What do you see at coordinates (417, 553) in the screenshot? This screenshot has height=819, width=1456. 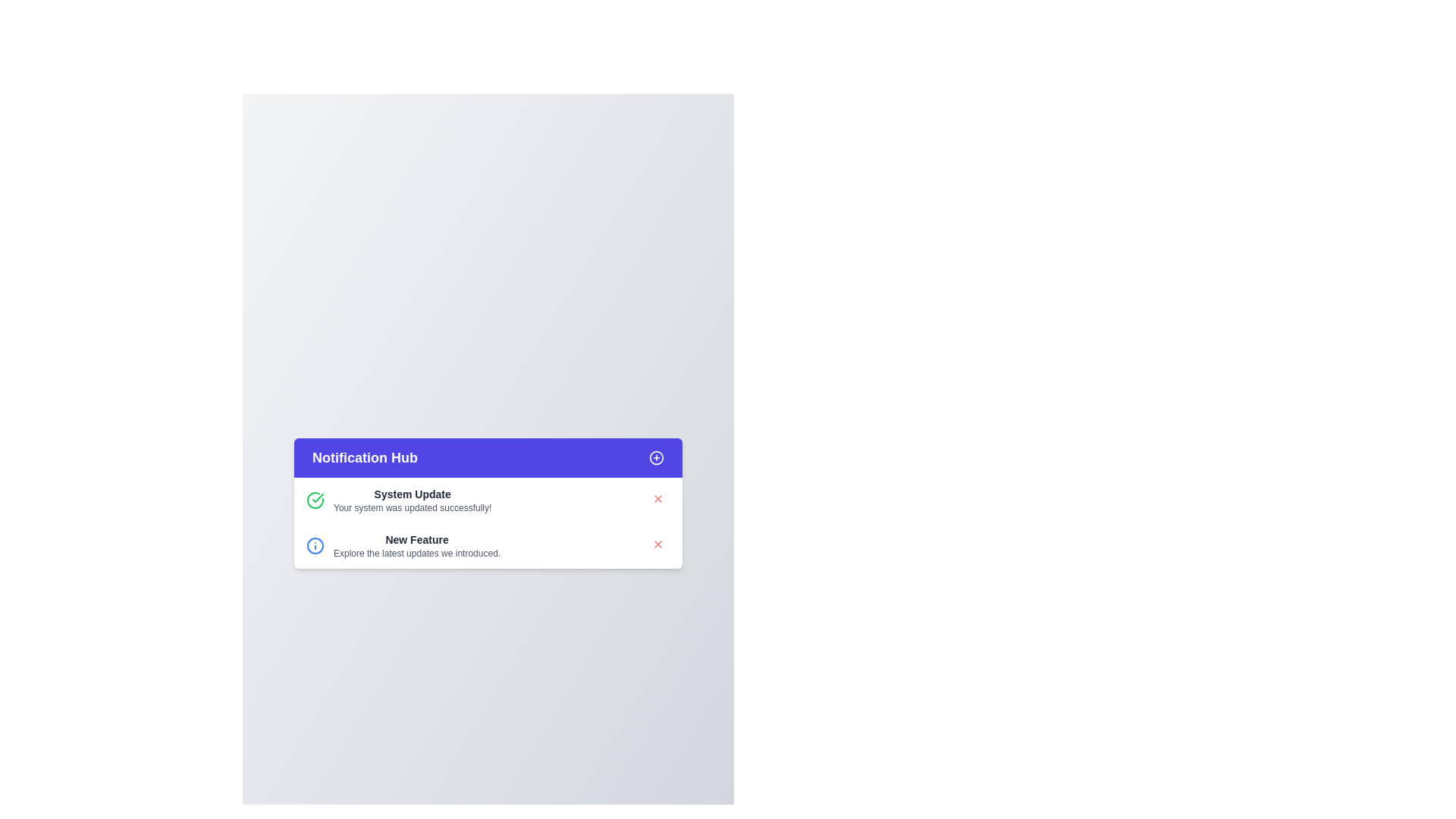 I see `the descriptive text label for the 'New Feature' notification, which is located in the lower section of the notification card, aligned to the left` at bounding box center [417, 553].